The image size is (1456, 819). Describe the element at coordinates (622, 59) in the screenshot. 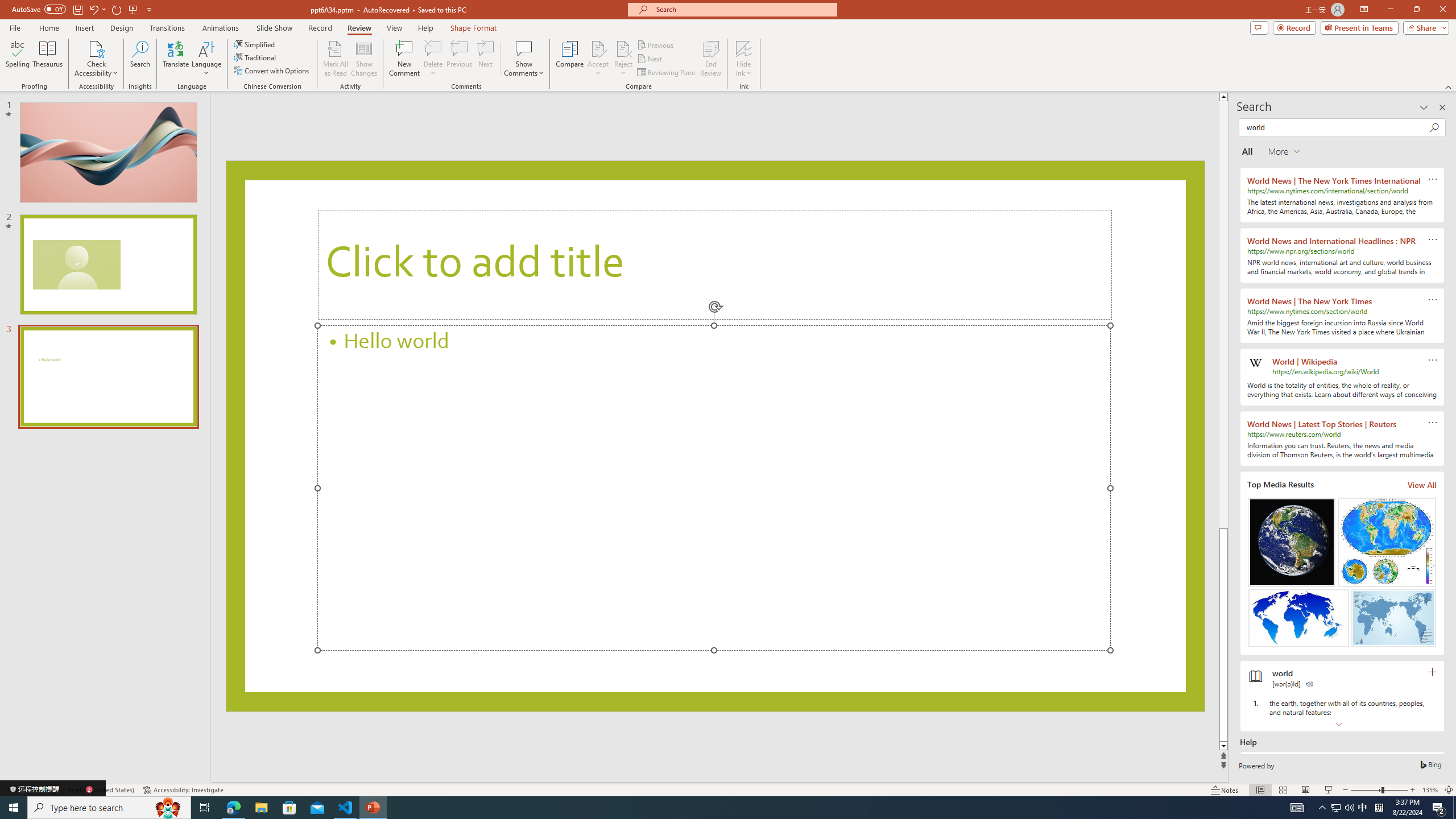

I see `'Reject'` at that location.